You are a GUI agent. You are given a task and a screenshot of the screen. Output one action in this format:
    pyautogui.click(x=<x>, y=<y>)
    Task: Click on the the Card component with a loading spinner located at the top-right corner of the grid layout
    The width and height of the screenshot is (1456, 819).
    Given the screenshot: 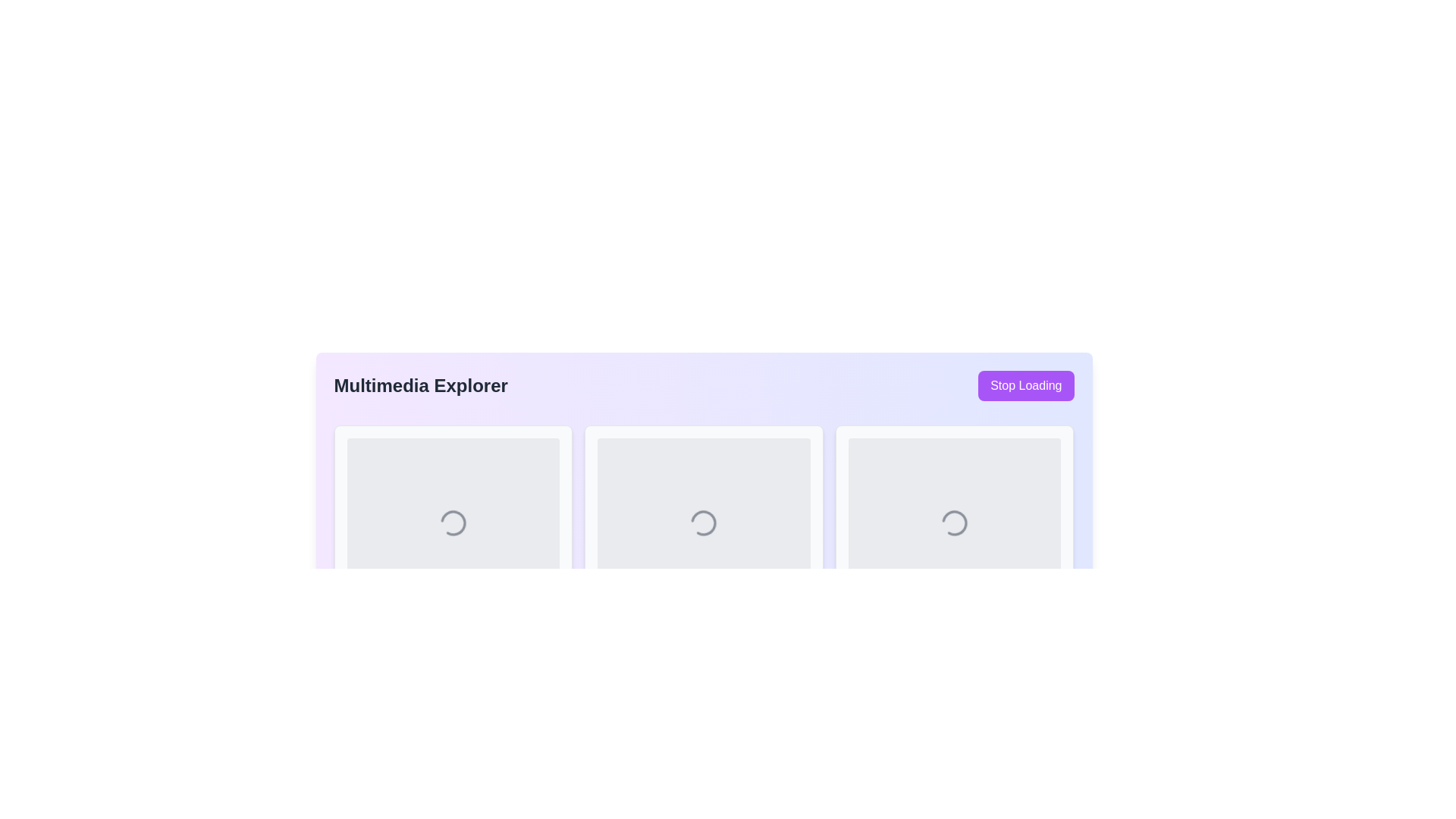 What is the action you would take?
    pyautogui.click(x=954, y=542)
    